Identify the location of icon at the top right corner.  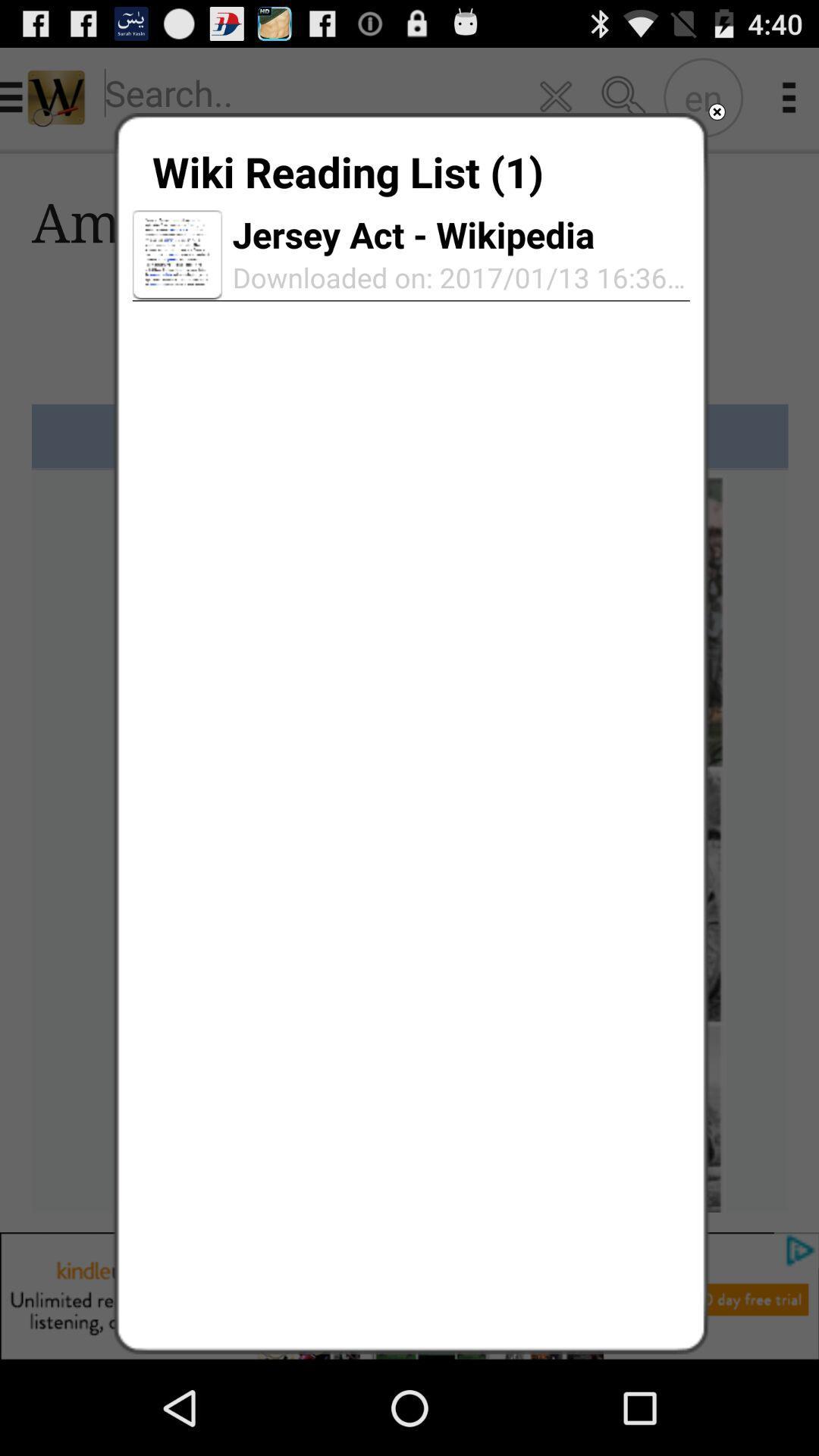
(717, 111).